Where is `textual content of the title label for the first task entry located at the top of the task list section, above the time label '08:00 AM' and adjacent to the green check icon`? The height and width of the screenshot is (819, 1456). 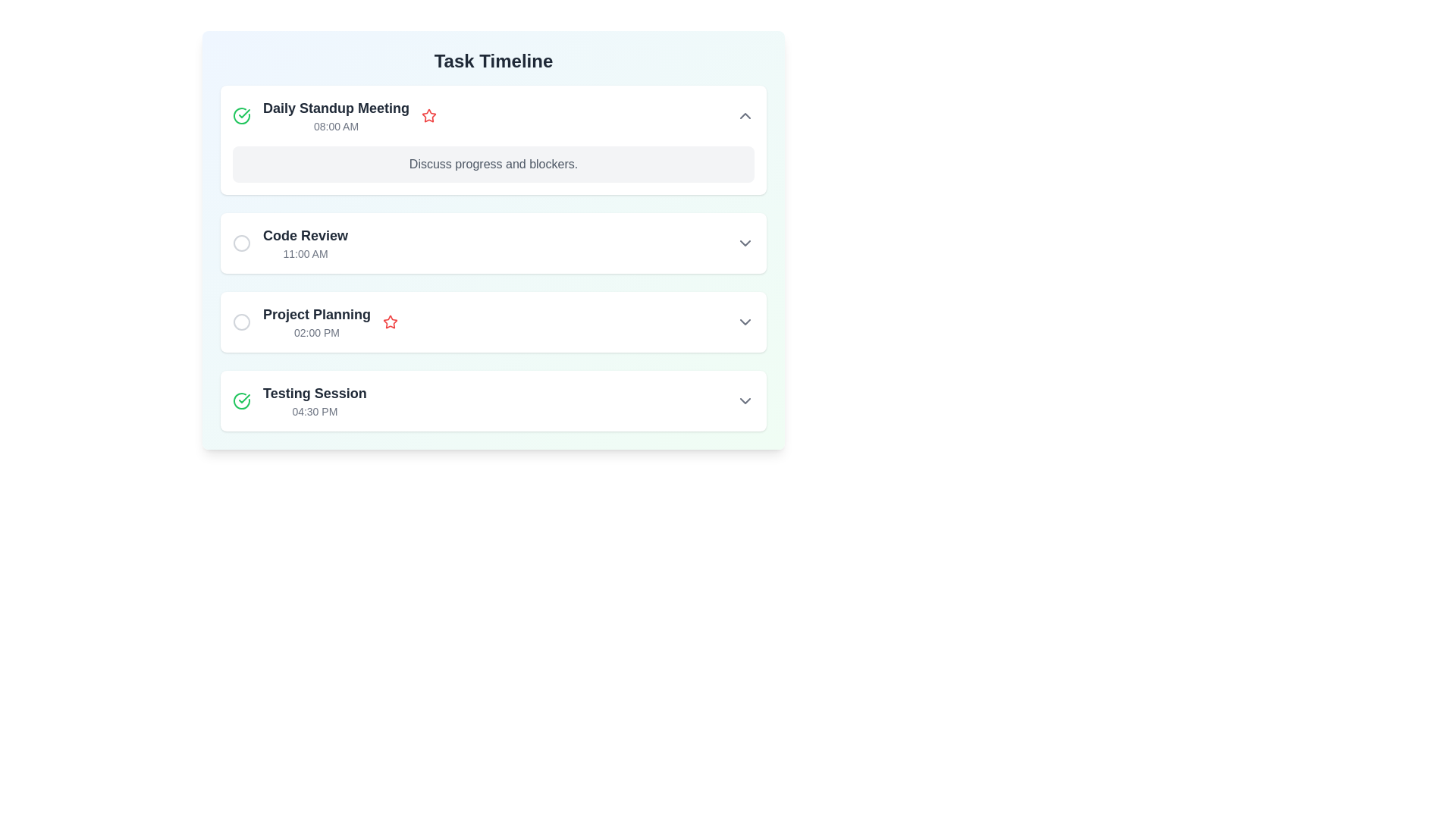 textual content of the title label for the first task entry located at the top of the task list section, above the time label '08:00 AM' and adjacent to the green check icon is located at coordinates (335, 107).